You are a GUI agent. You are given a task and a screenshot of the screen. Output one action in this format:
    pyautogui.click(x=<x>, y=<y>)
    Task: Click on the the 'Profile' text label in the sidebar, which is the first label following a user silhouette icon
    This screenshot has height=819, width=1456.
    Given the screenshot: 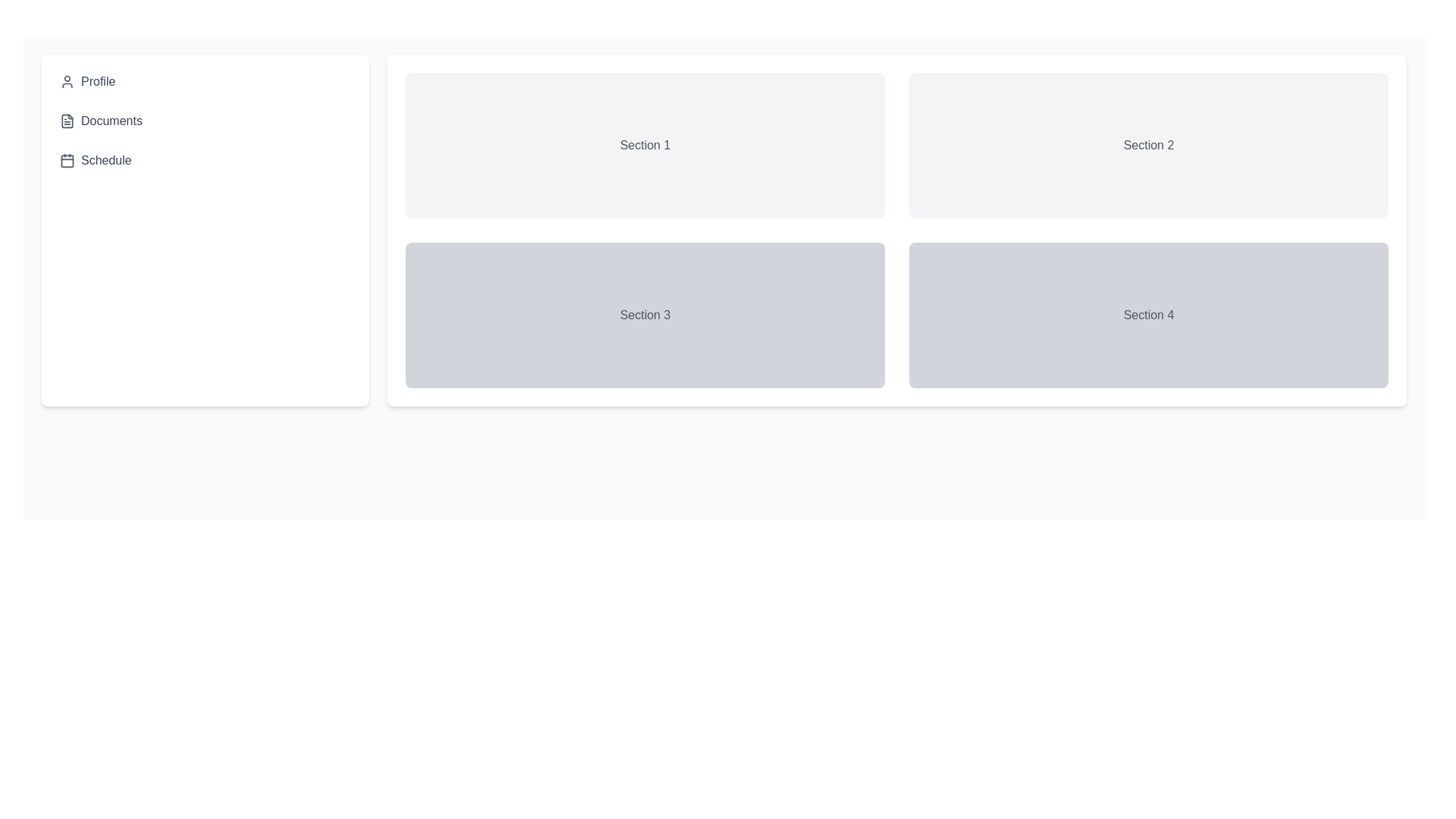 What is the action you would take?
    pyautogui.click(x=97, y=82)
    